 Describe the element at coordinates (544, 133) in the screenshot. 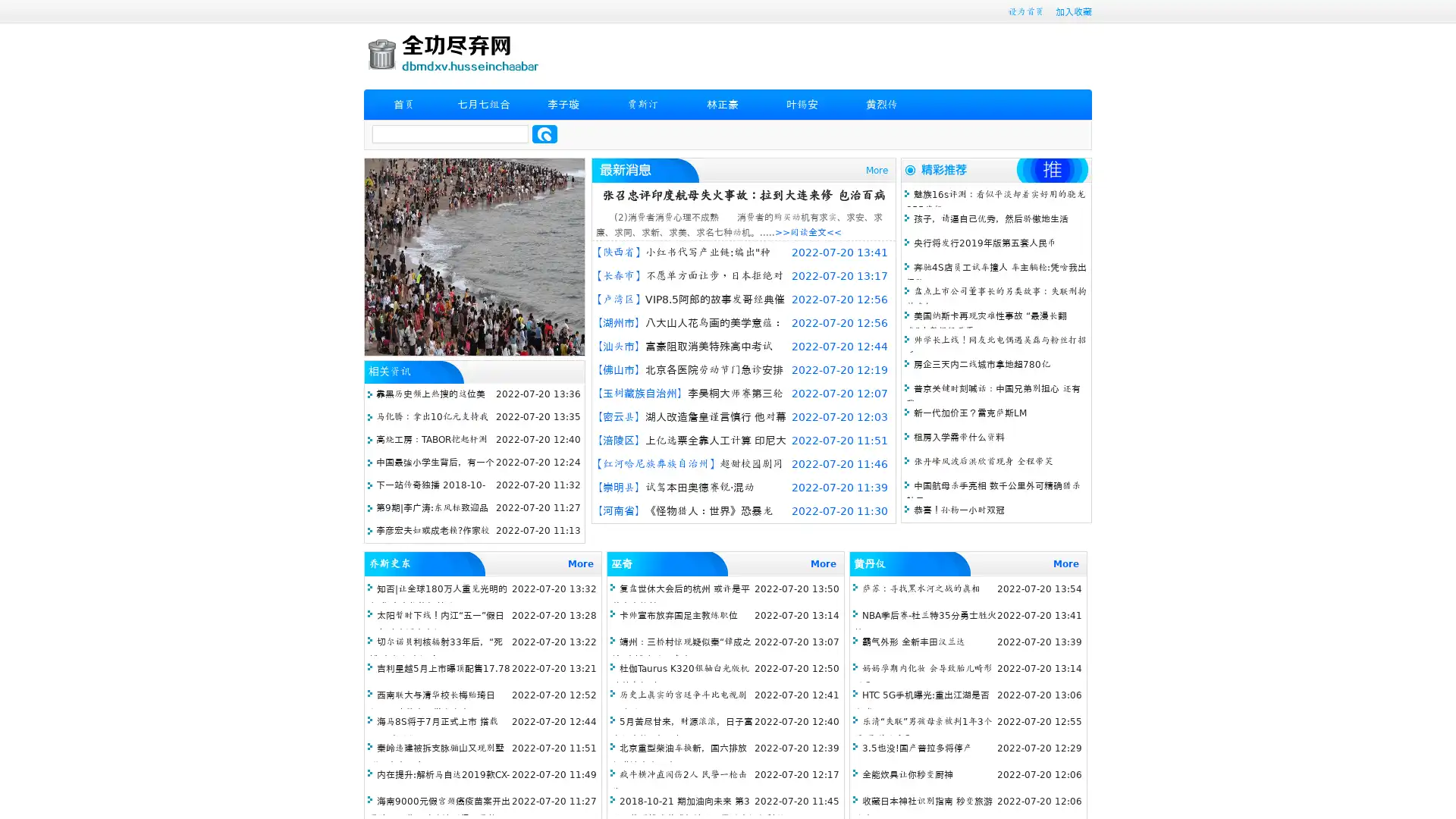

I see `Search` at that location.